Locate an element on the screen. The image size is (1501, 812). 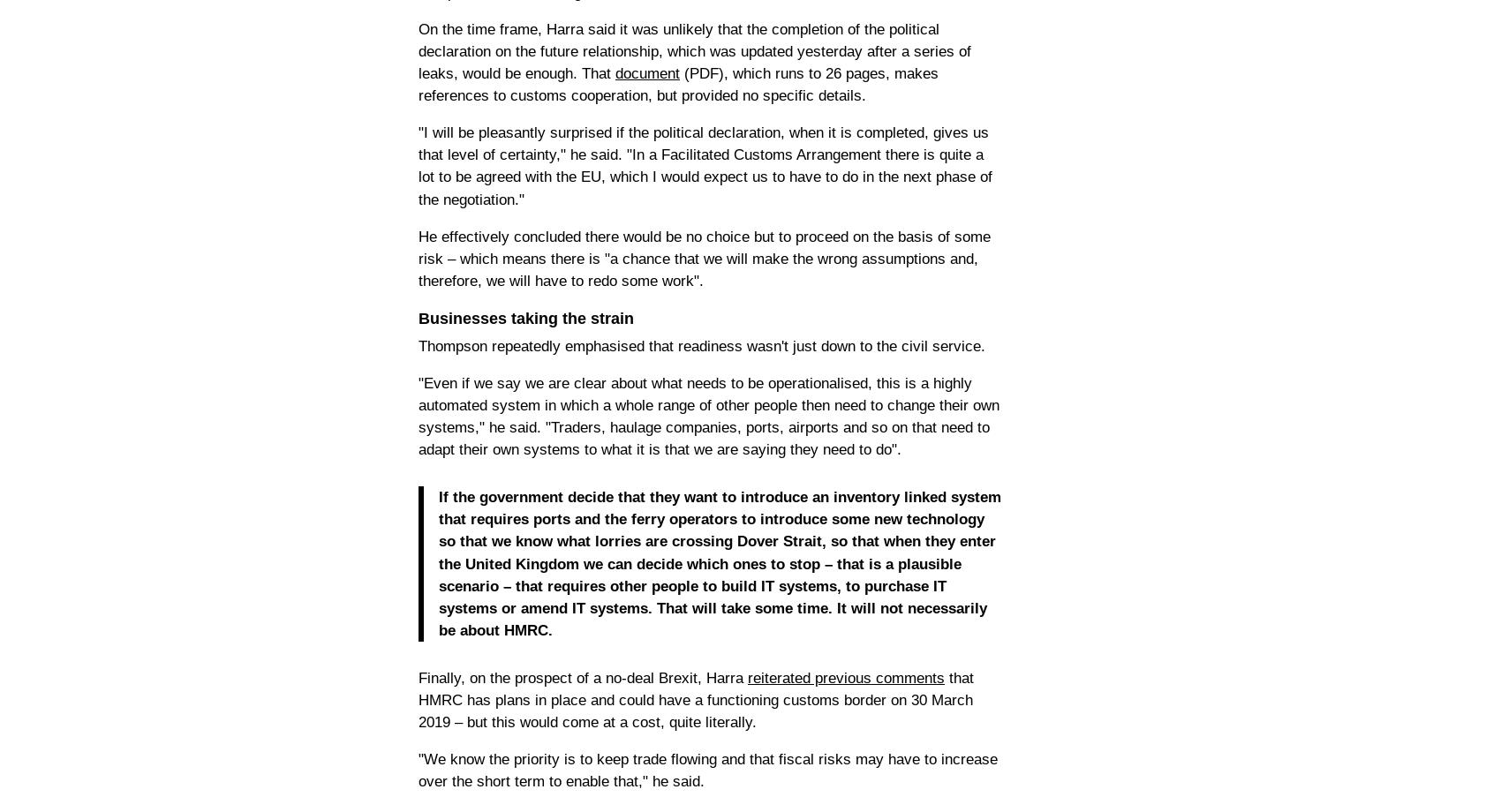
'document' is located at coordinates (647, 72).